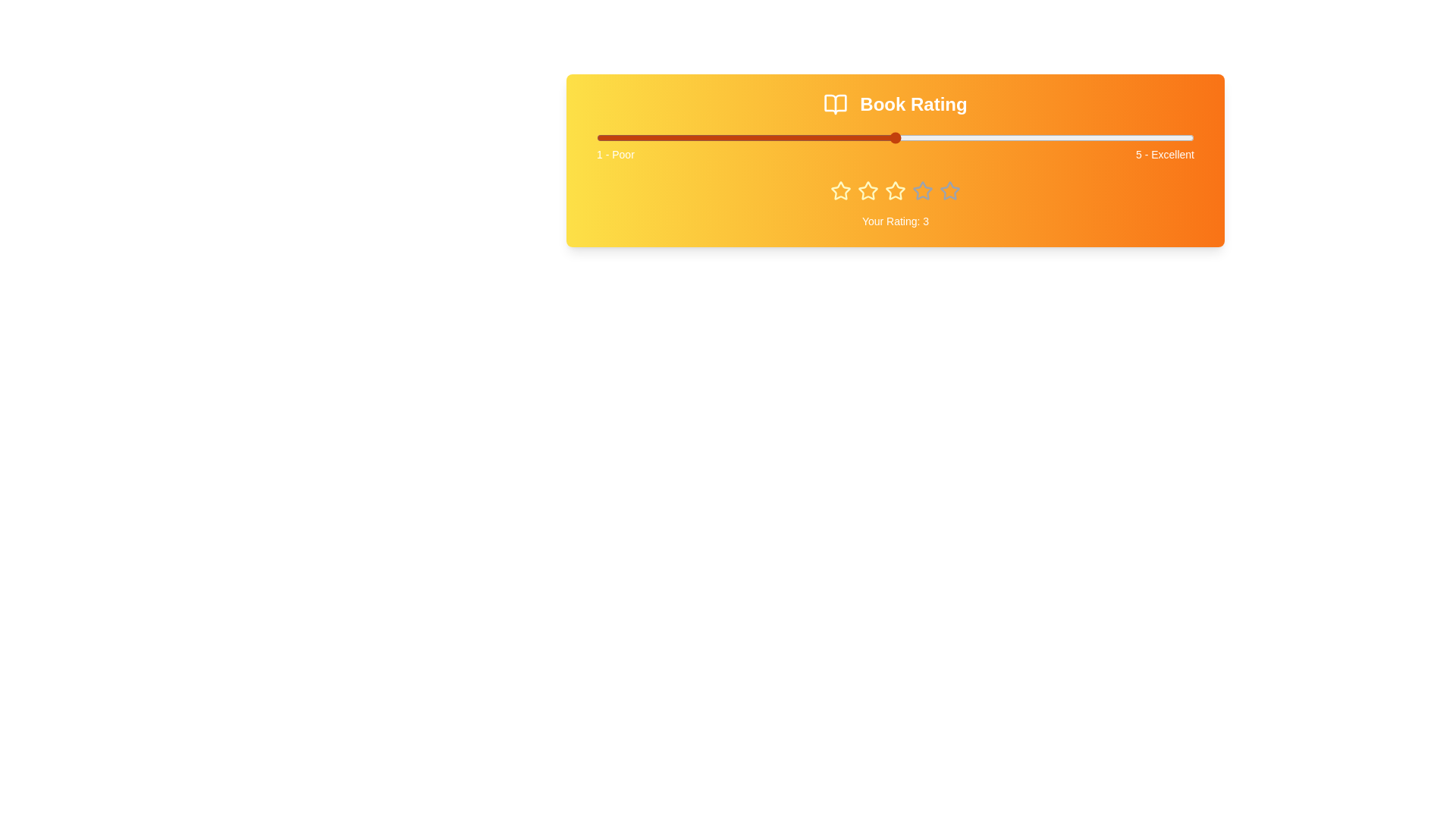  What do you see at coordinates (895, 221) in the screenshot?
I see `the static text label that indicates the user's current rating of 3, located at the bottom center of the highlighted book rating section, just below the star icons` at bounding box center [895, 221].